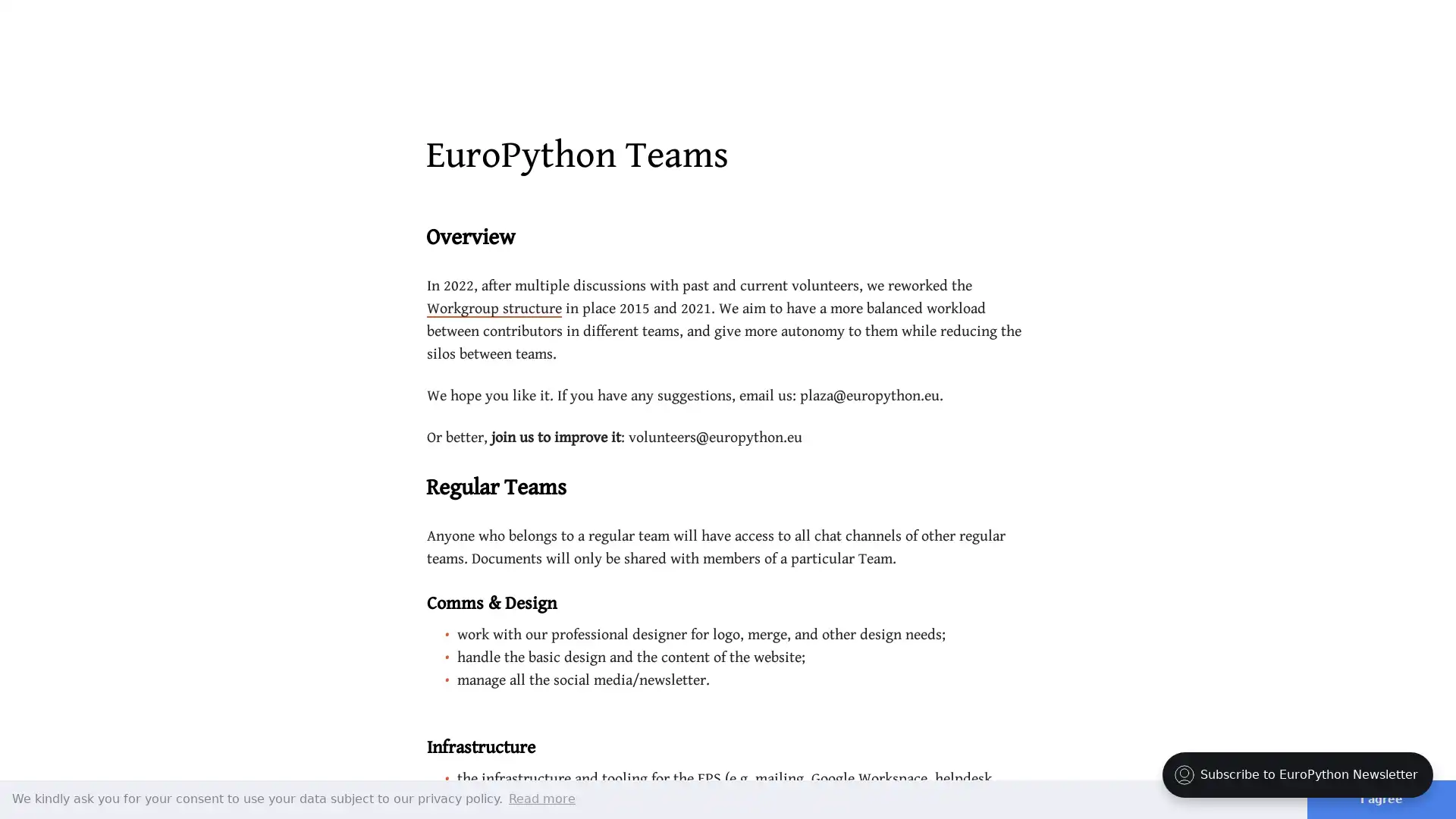 The width and height of the screenshot is (1456, 819). What do you see at coordinates (542, 798) in the screenshot?
I see `learn more about cookies` at bounding box center [542, 798].